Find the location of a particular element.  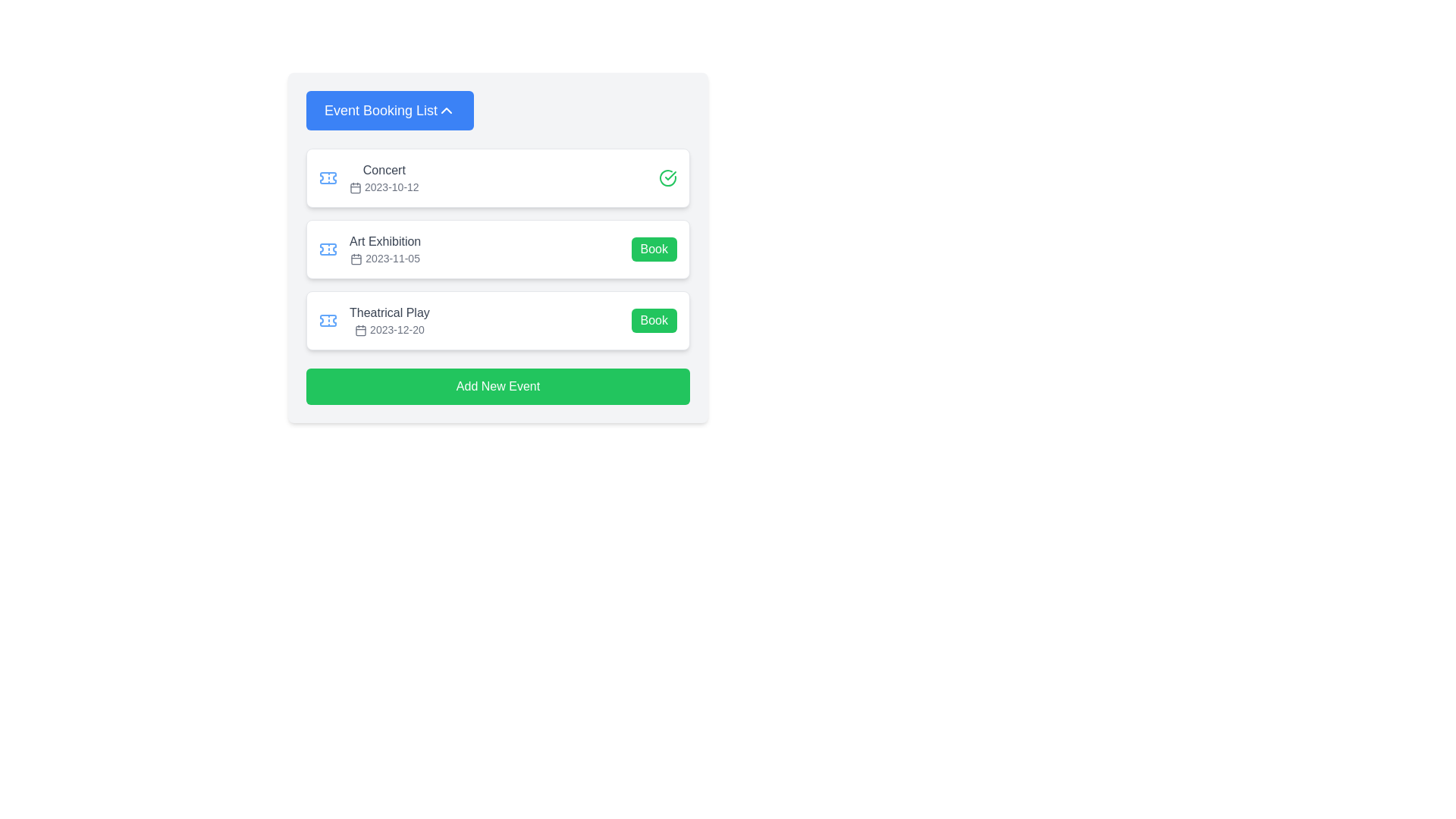

the Event information row displaying 'Concert' and the date '2023-10-12', which is the first entry in the 'Event Booking List' is located at coordinates (369, 177).